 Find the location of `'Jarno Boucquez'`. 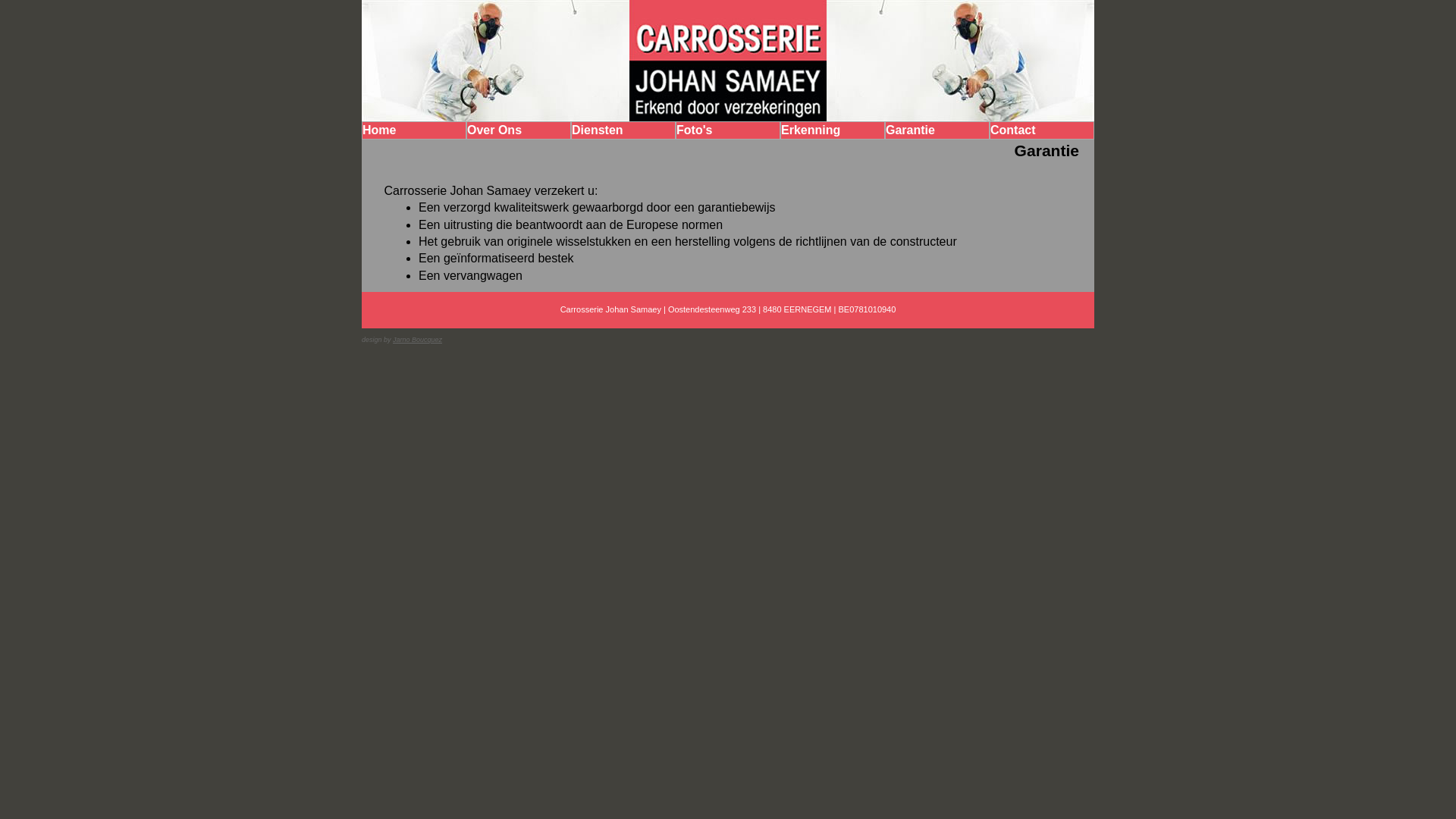

'Jarno Boucquez' is located at coordinates (417, 338).